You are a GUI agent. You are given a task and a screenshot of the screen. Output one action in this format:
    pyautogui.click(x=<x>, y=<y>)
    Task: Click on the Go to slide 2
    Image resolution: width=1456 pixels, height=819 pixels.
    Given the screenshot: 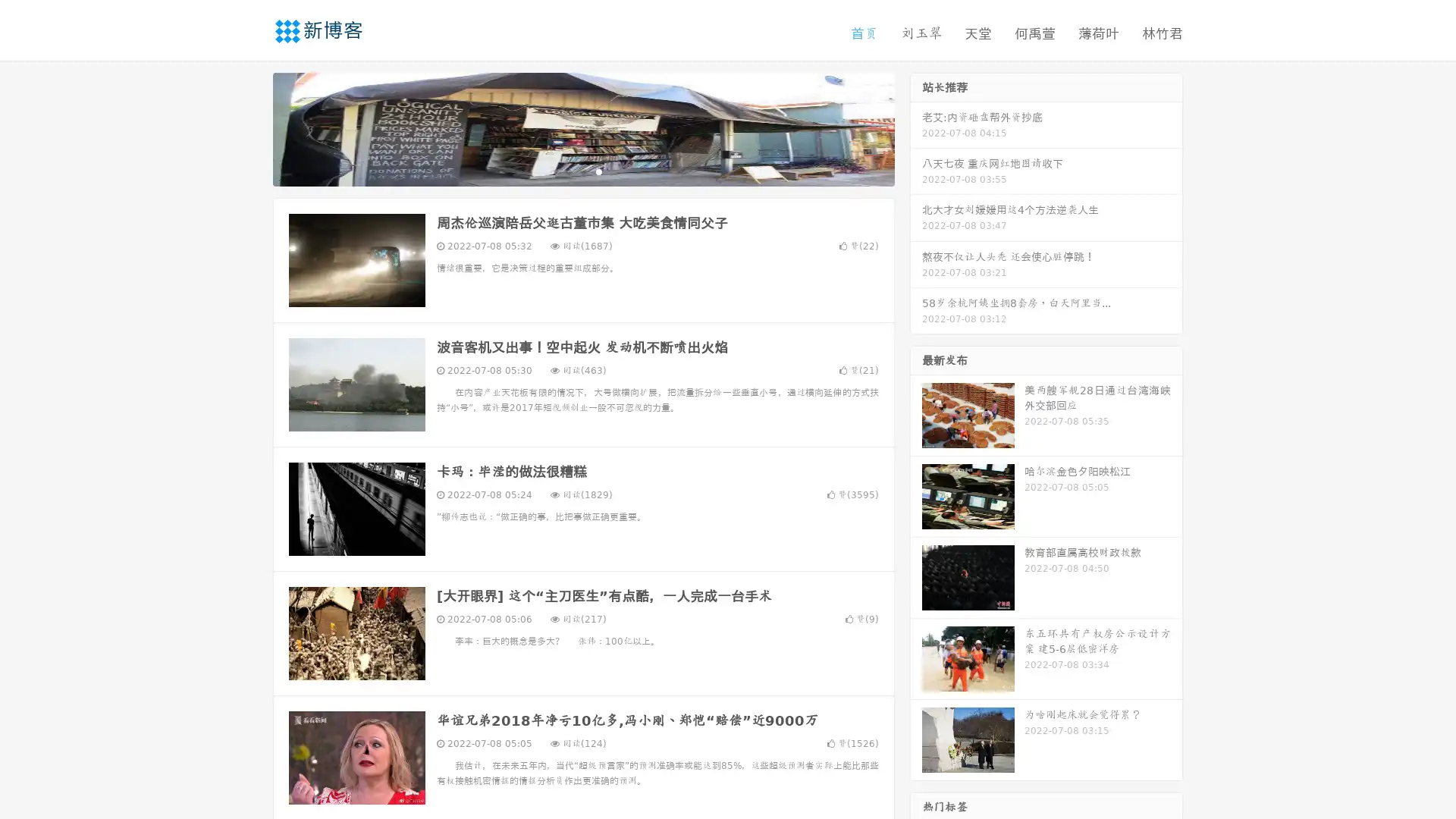 What is the action you would take?
    pyautogui.click(x=582, y=171)
    